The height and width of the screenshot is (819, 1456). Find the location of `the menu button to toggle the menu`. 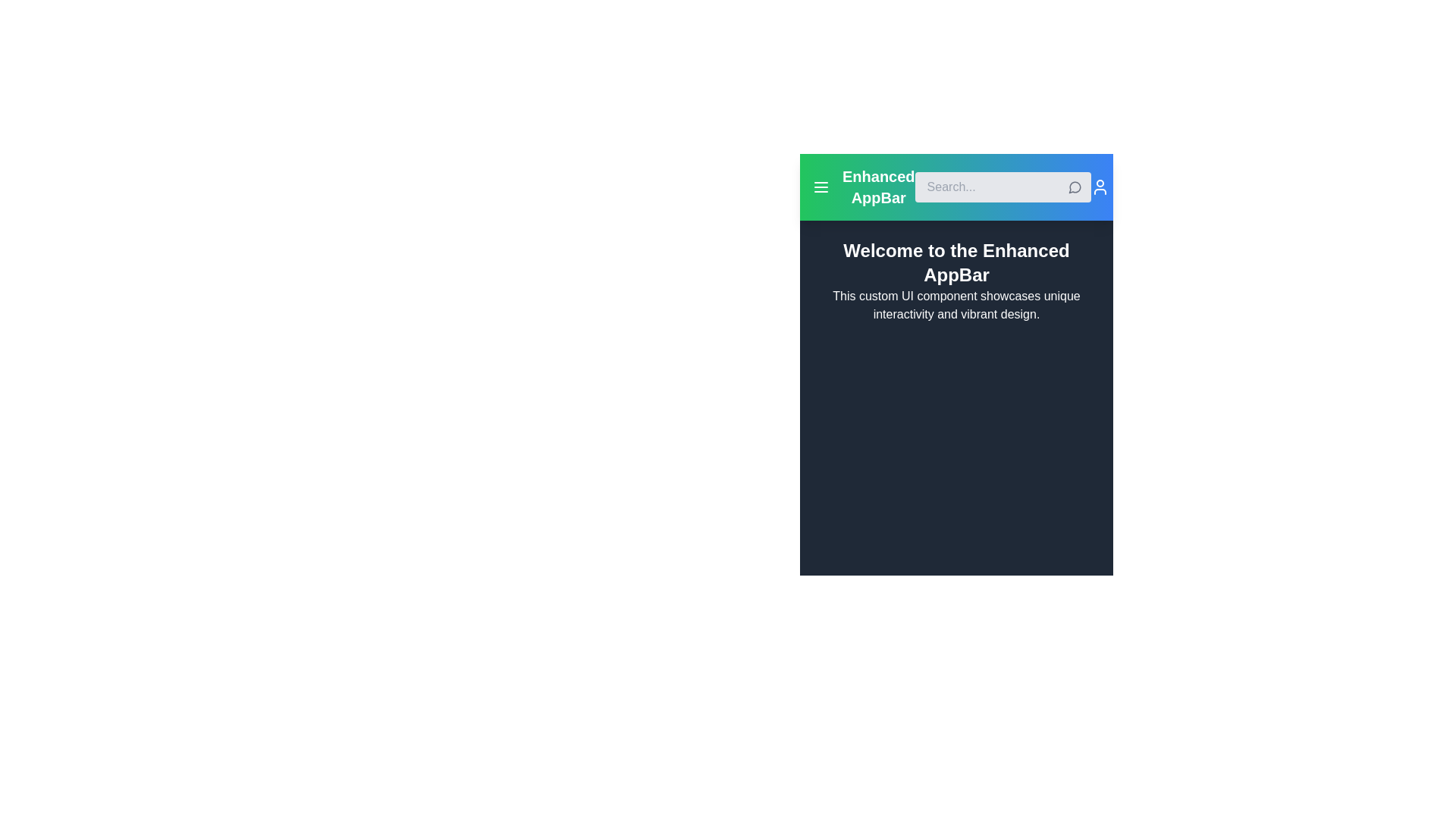

the menu button to toggle the menu is located at coordinates (821, 186).